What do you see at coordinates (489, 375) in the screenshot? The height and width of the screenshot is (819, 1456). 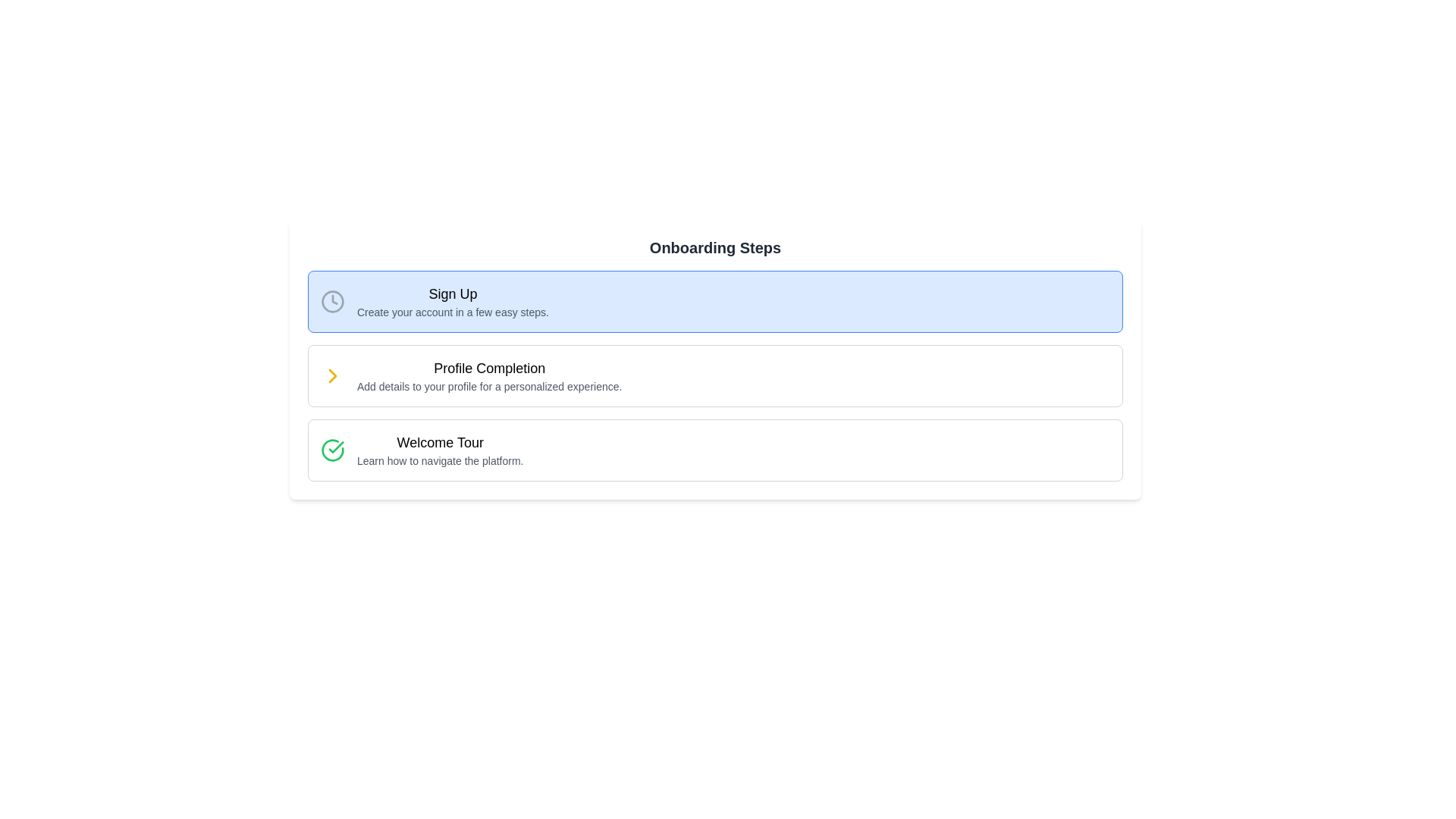 I see `the second option in the onboarding steps, which is the Textual informational block located underneath 'Sign Up' and above 'Welcome Tour'` at bounding box center [489, 375].